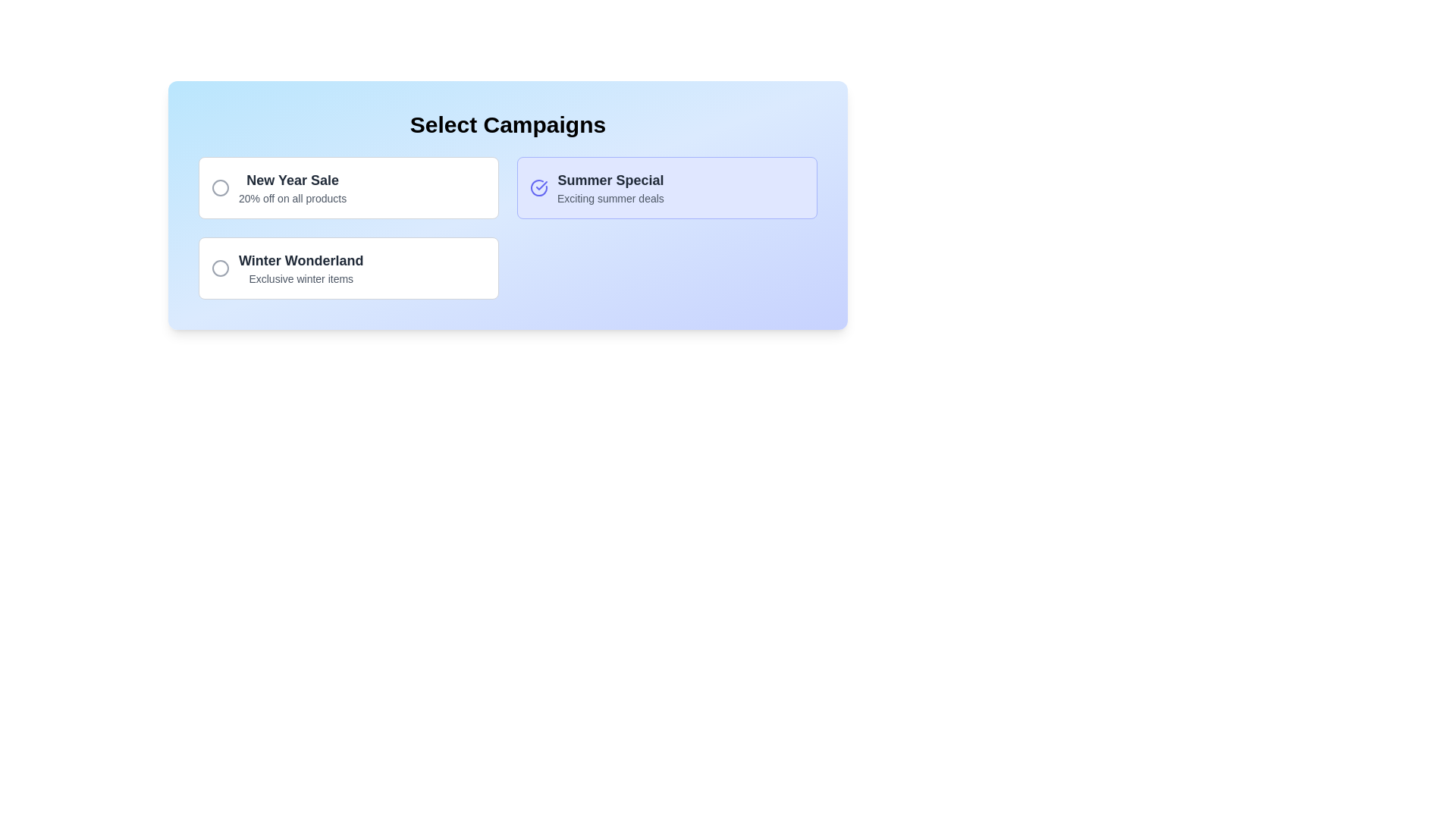 This screenshot has width=1456, height=819. Describe the element at coordinates (348, 187) in the screenshot. I see `the 'New Year Sale' selectable card, which is the first card in a grid layout` at that location.